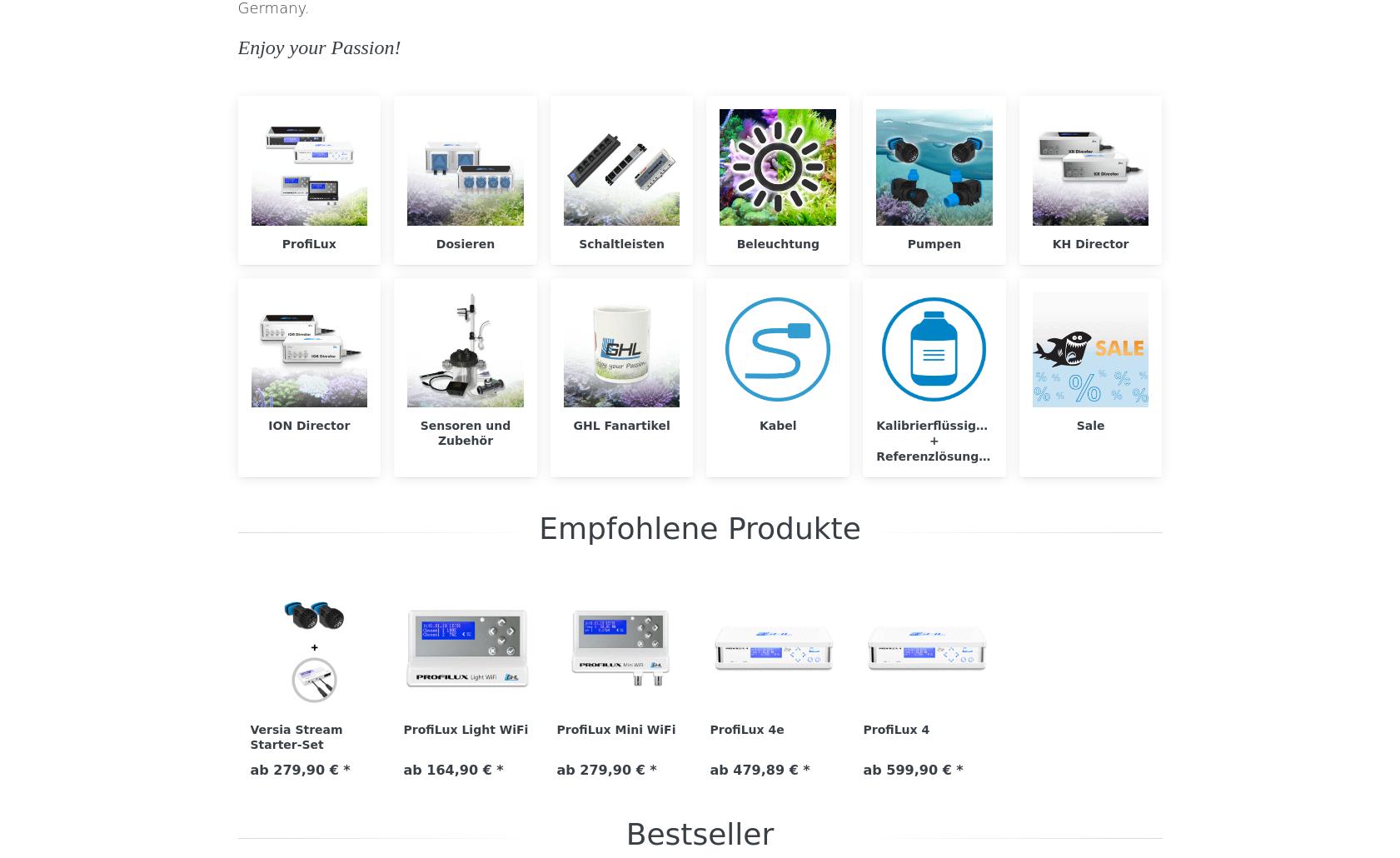 The width and height of the screenshot is (1400, 858). Describe the element at coordinates (625, 832) in the screenshot. I see `'Bestseller'` at that location.